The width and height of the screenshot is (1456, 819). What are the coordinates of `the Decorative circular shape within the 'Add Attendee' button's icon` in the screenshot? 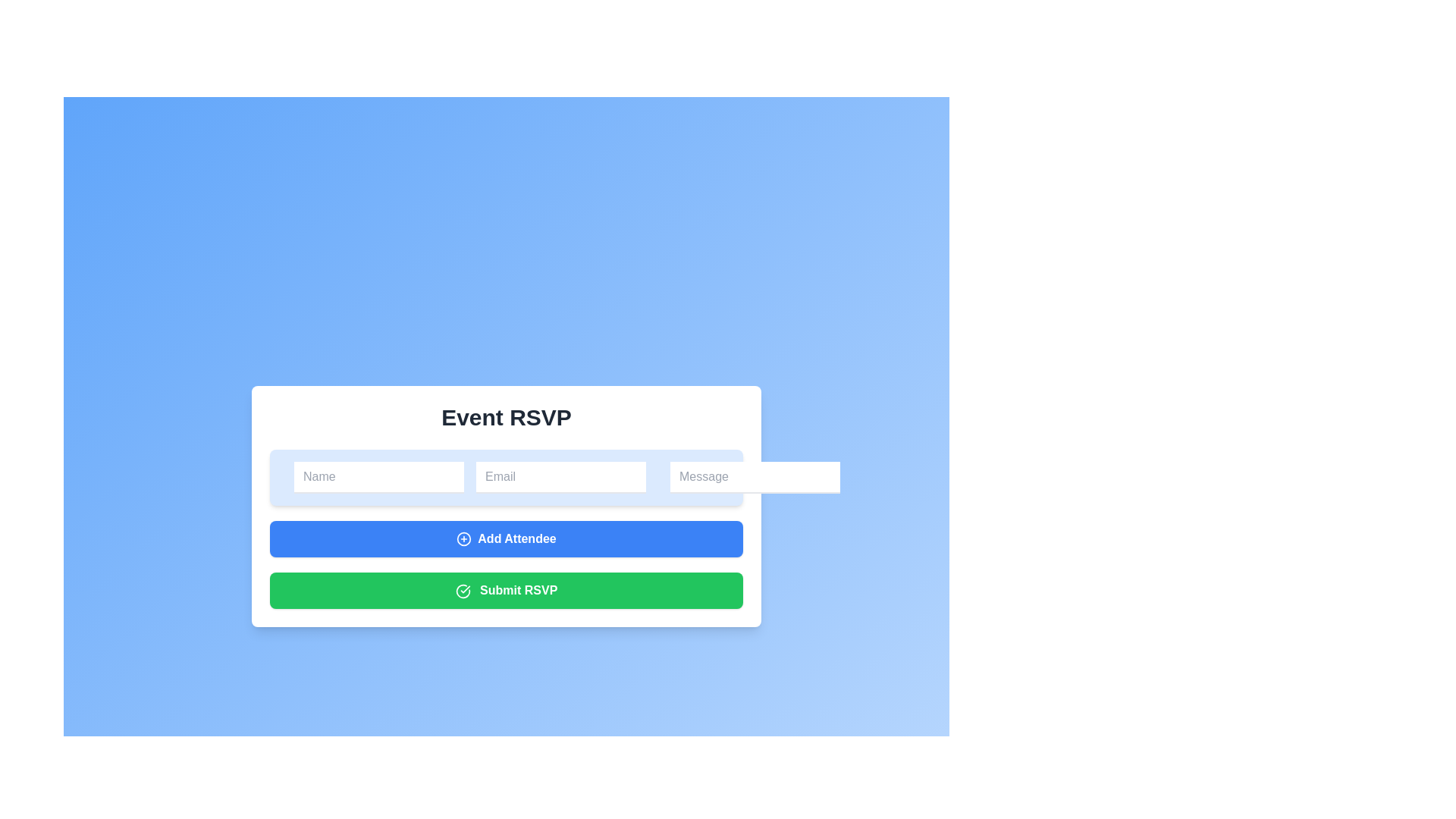 It's located at (463, 538).